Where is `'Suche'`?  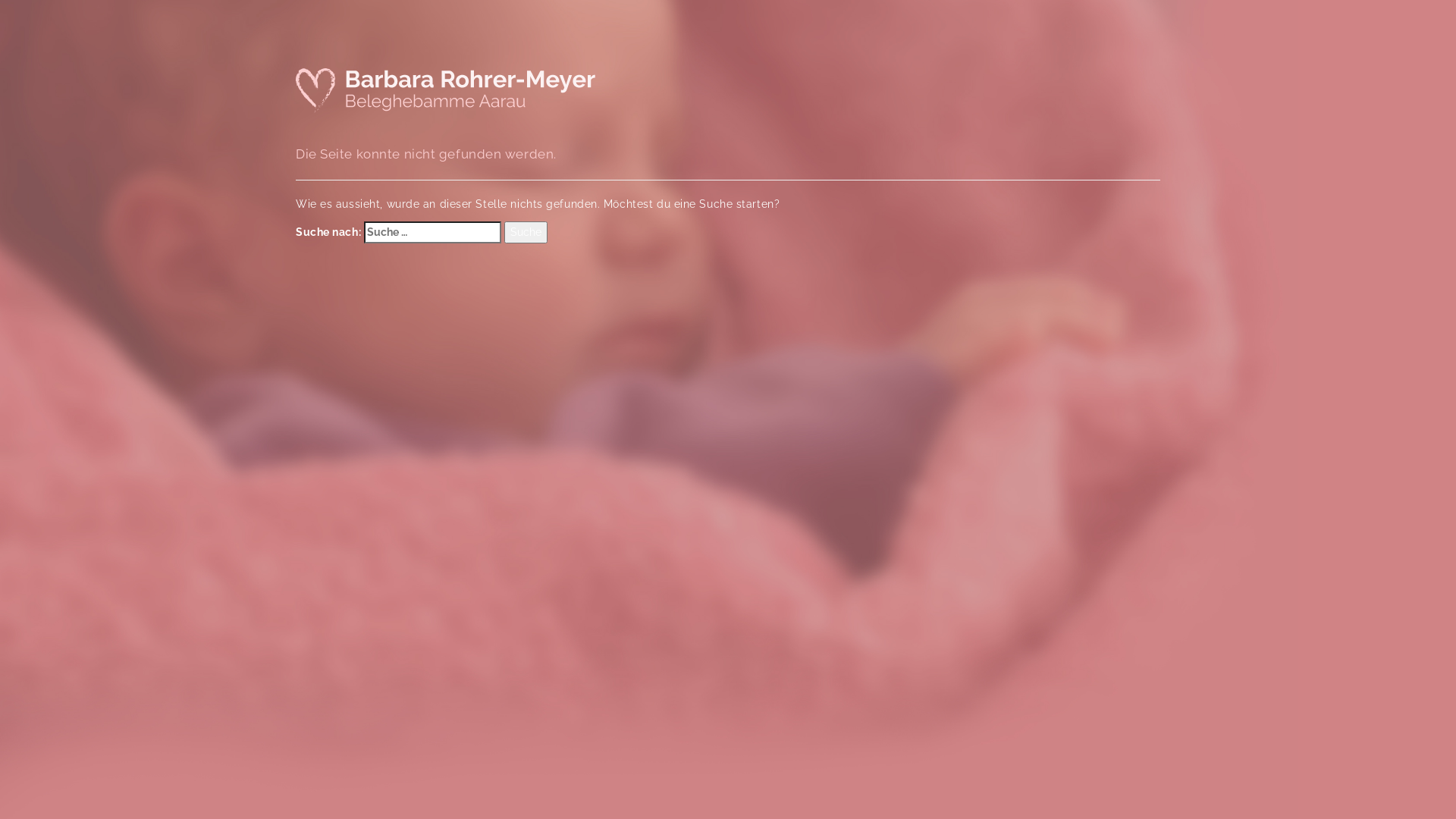
'Suche' is located at coordinates (526, 233).